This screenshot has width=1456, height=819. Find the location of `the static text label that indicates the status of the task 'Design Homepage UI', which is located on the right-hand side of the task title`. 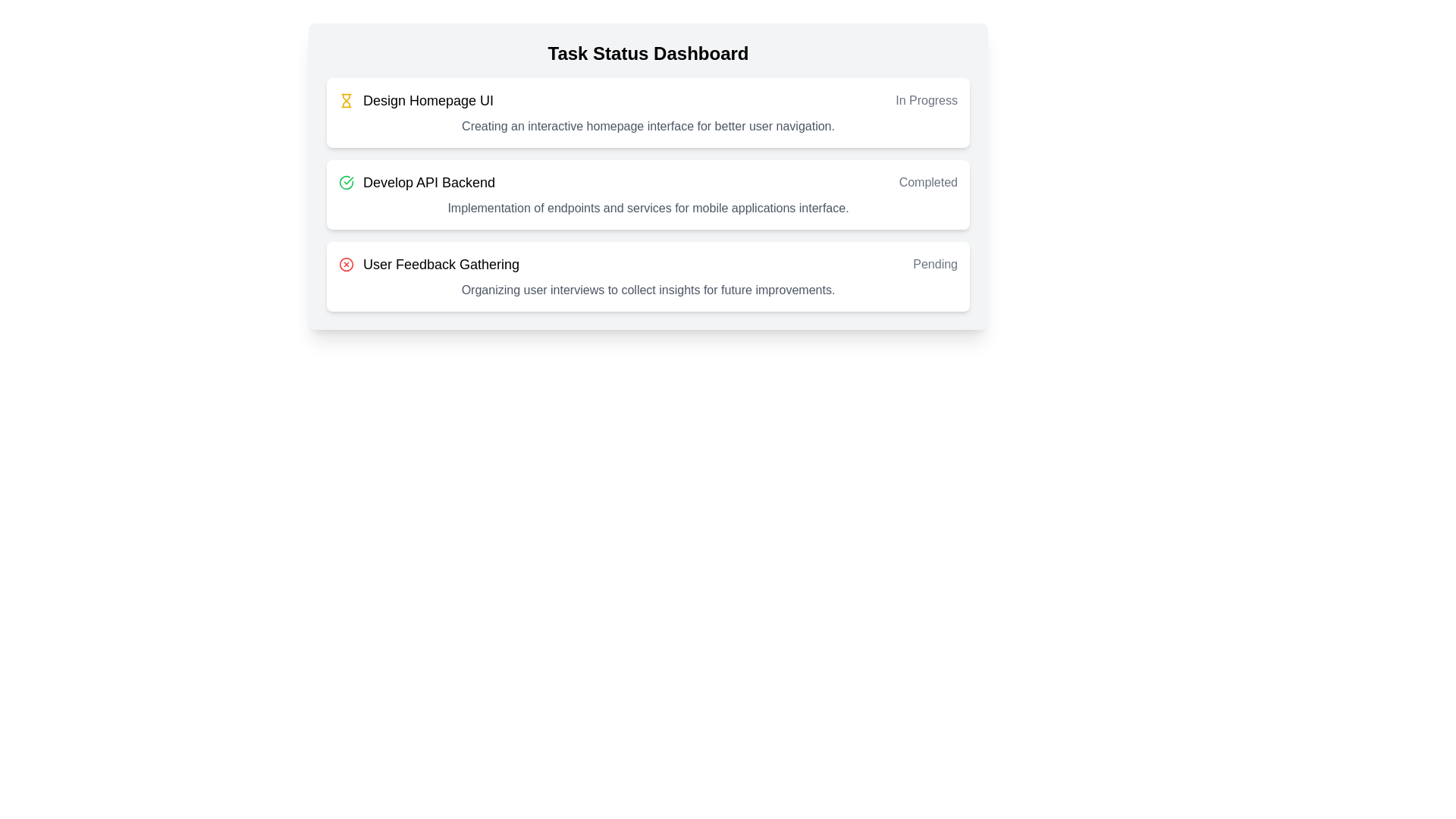

the static text label that indicates the status of the task 'Design Homepage UI', which is located on the right-hand side of the task title is located at coordinates (926, 100).